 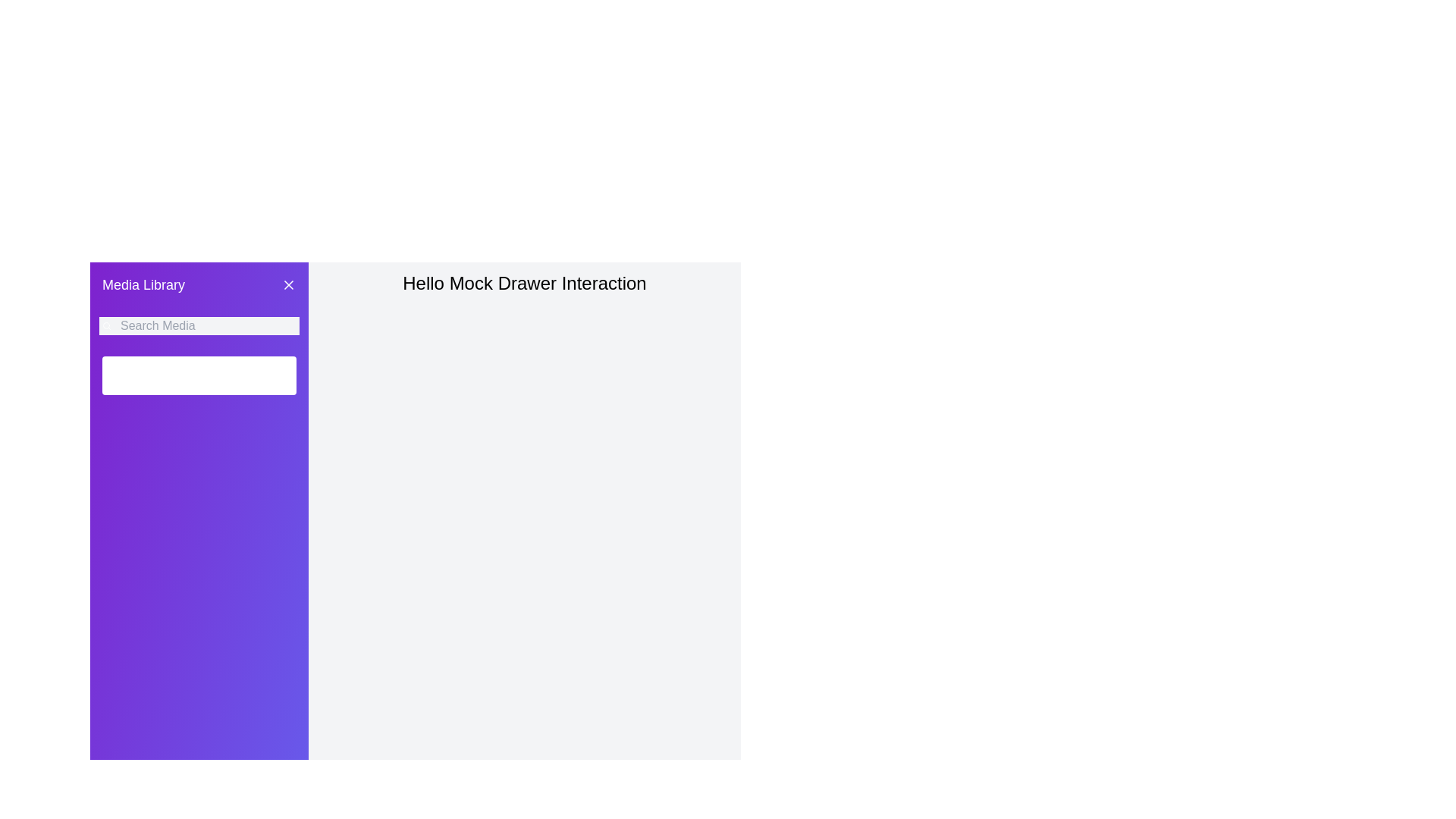 I want to click on the text element that describes the purpose of the 'Drawer' interaction, which is located in the upper section of the main content area adjacent to the purple navigation area, so click(x=524, y=284).